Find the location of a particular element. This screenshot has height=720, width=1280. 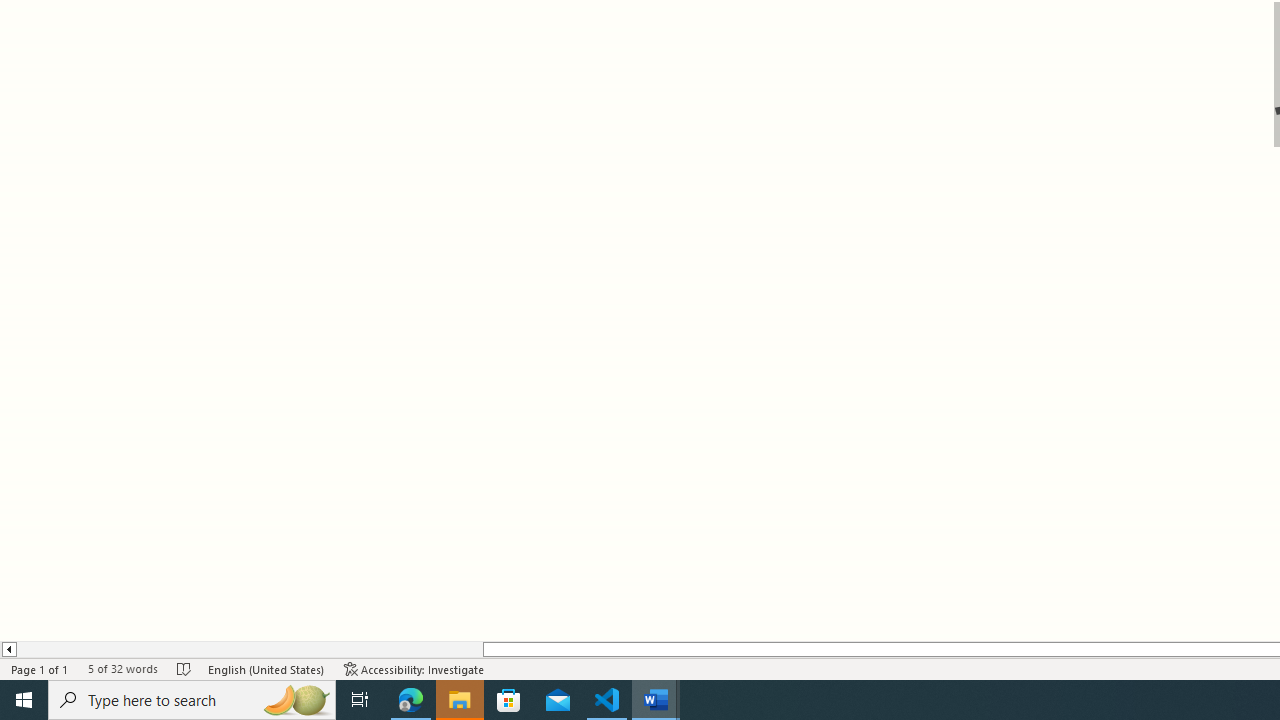

'Page Number Page 1 of 1' is located at coordinates (40, 669).